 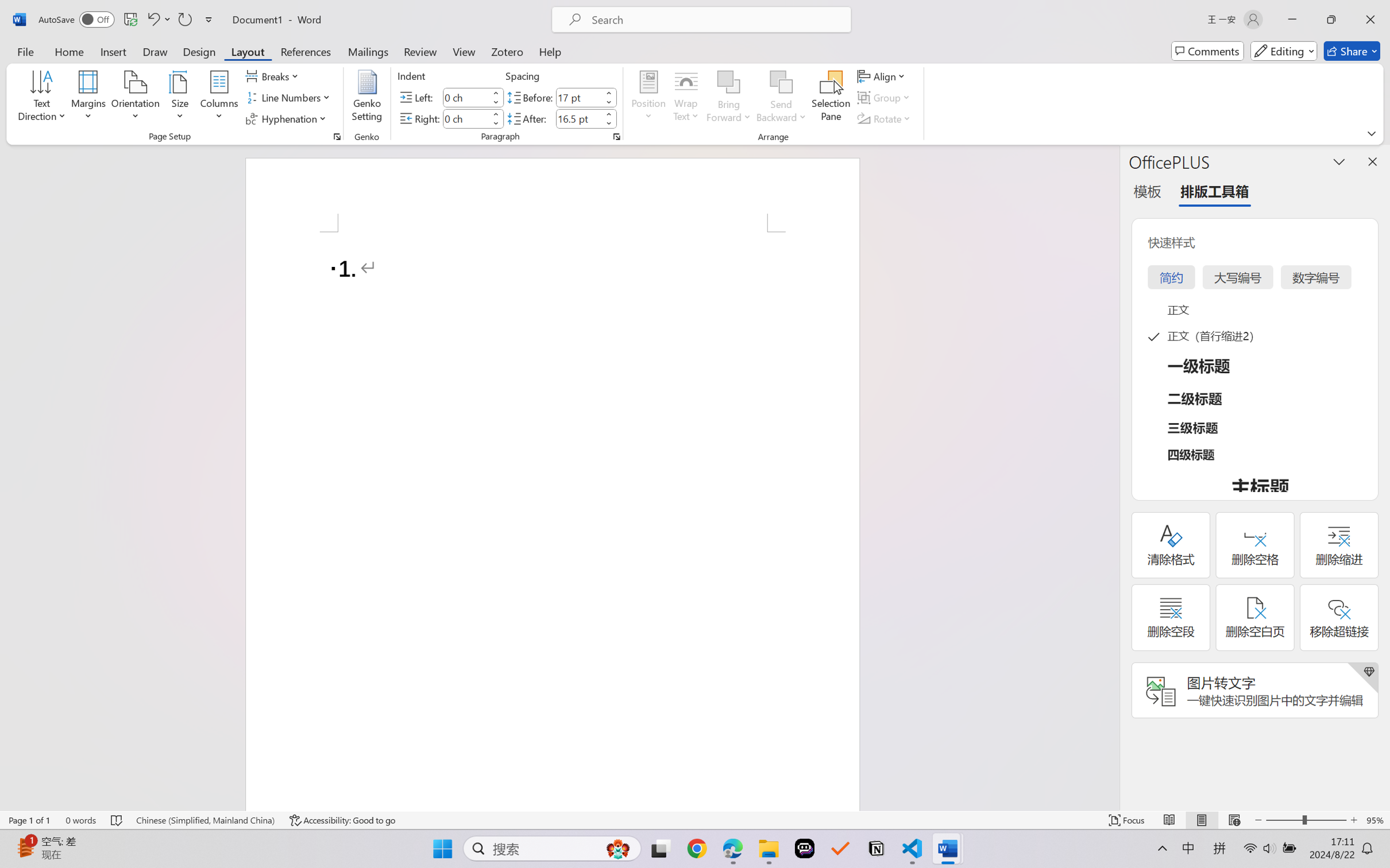 What do you see at coordinates (729, 82) in the screenshot?
I see `'Bring Forward'` at bounding box center [729, 82].